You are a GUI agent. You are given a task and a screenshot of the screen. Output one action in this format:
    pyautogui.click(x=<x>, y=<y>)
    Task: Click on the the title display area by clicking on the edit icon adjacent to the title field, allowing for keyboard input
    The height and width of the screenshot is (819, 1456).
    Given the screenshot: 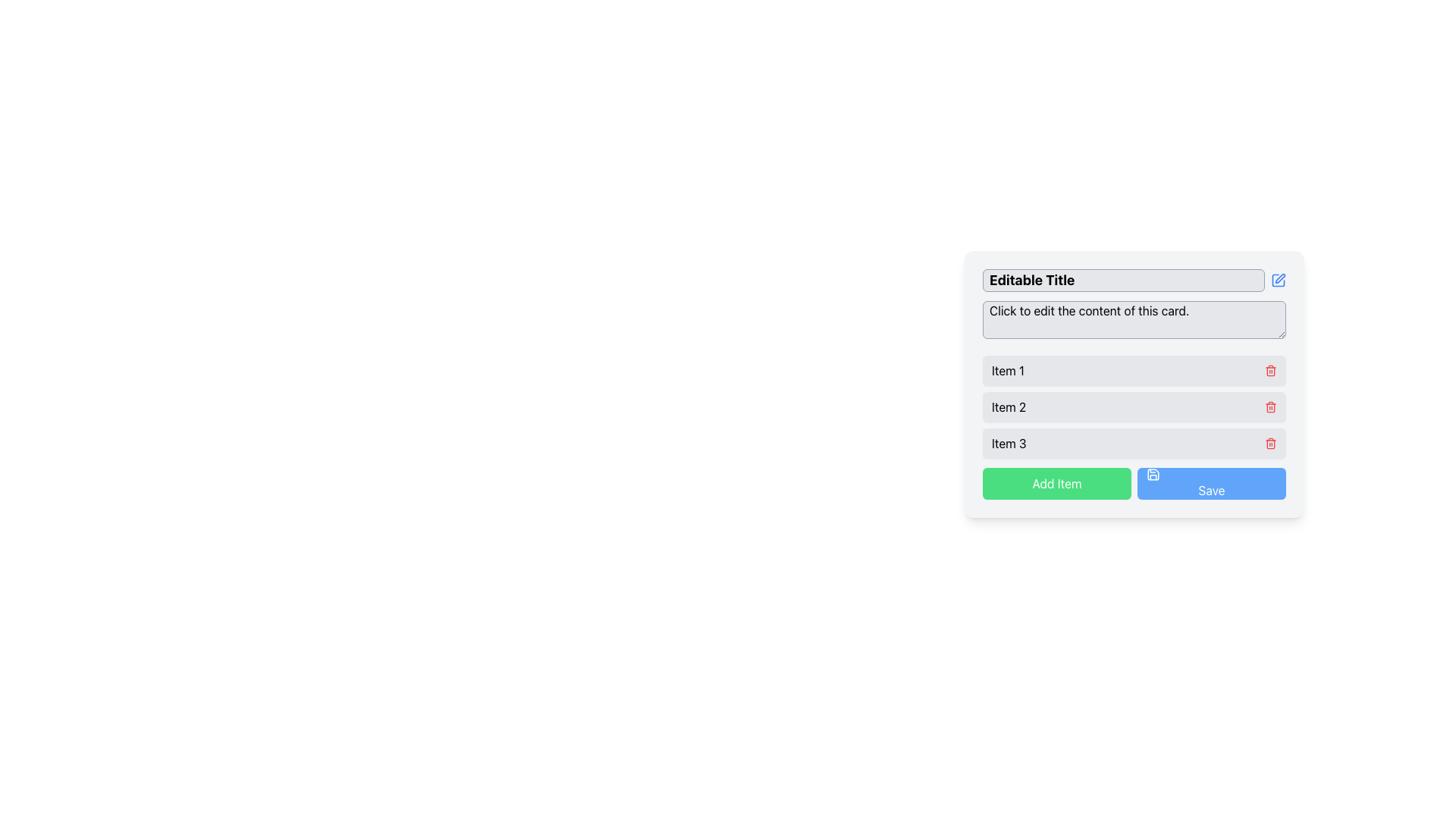 What is the action you would take?
    pyautogui.click(x=1134, y=281)
    